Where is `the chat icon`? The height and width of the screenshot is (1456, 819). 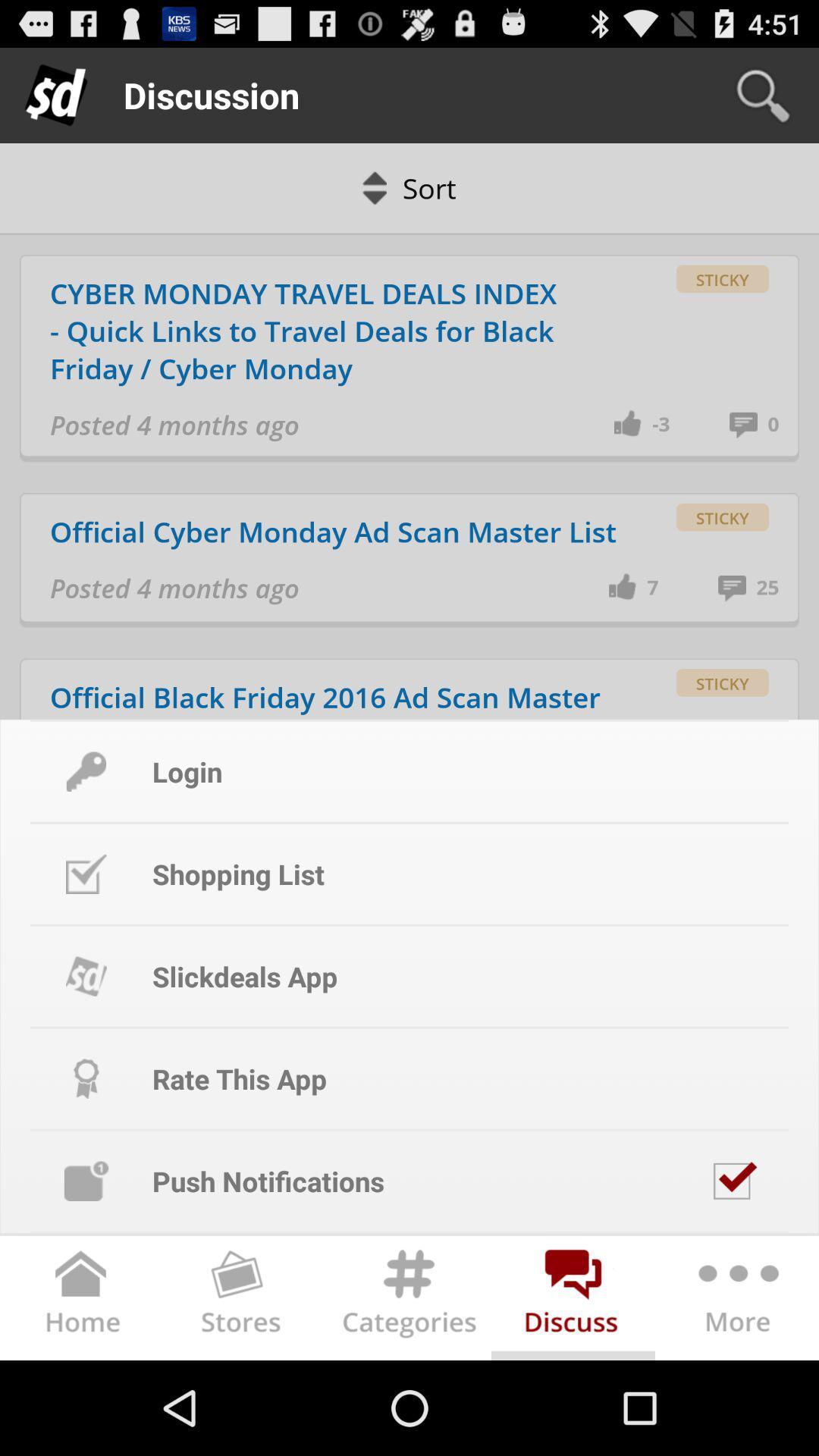 the chat icon is located at coordinates (573, 1392).